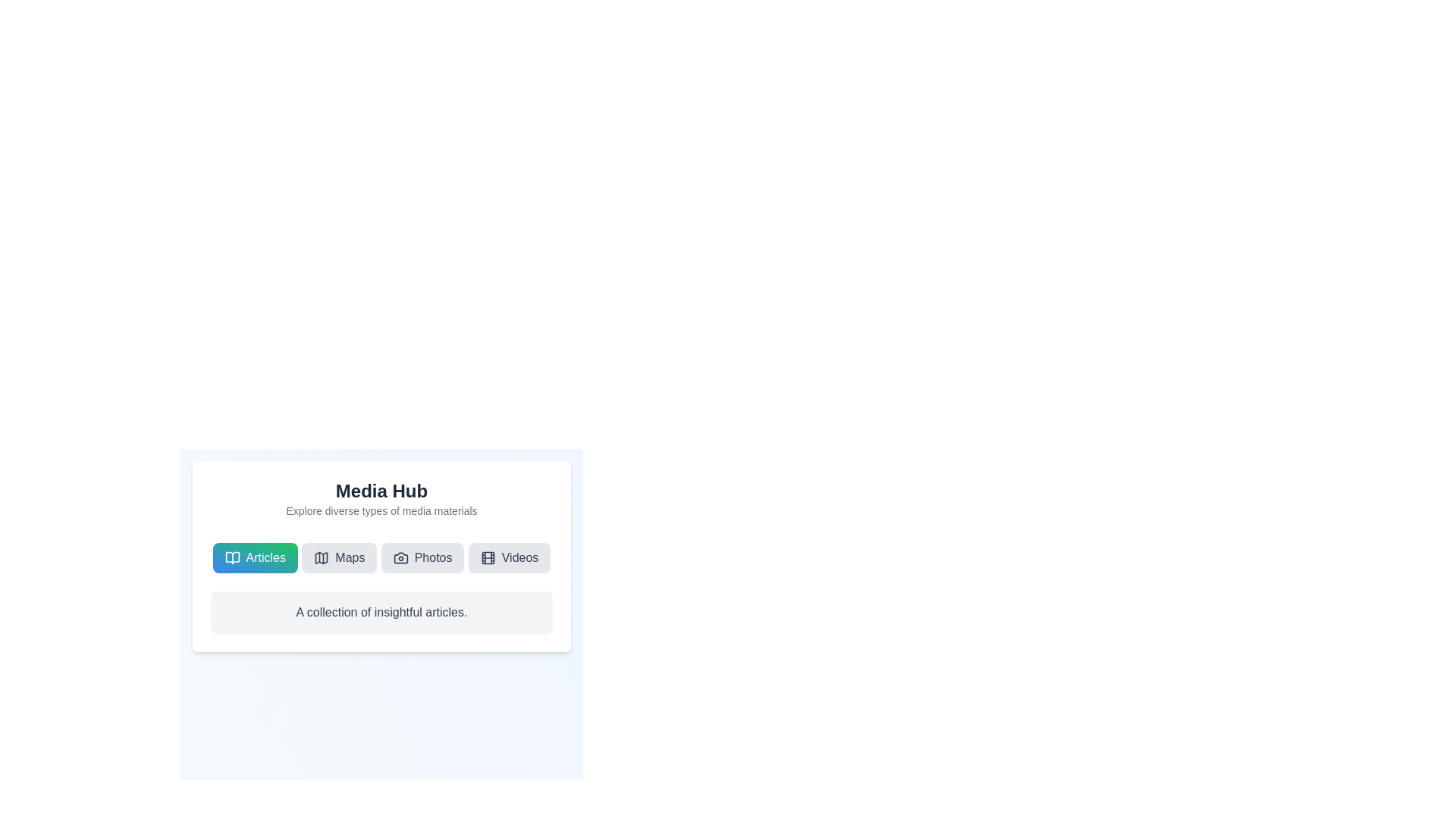  What do you see at coordinates (349, 558) in the screenshot?
I see `the label indicating the functionality` at bounding box center [349, 558].